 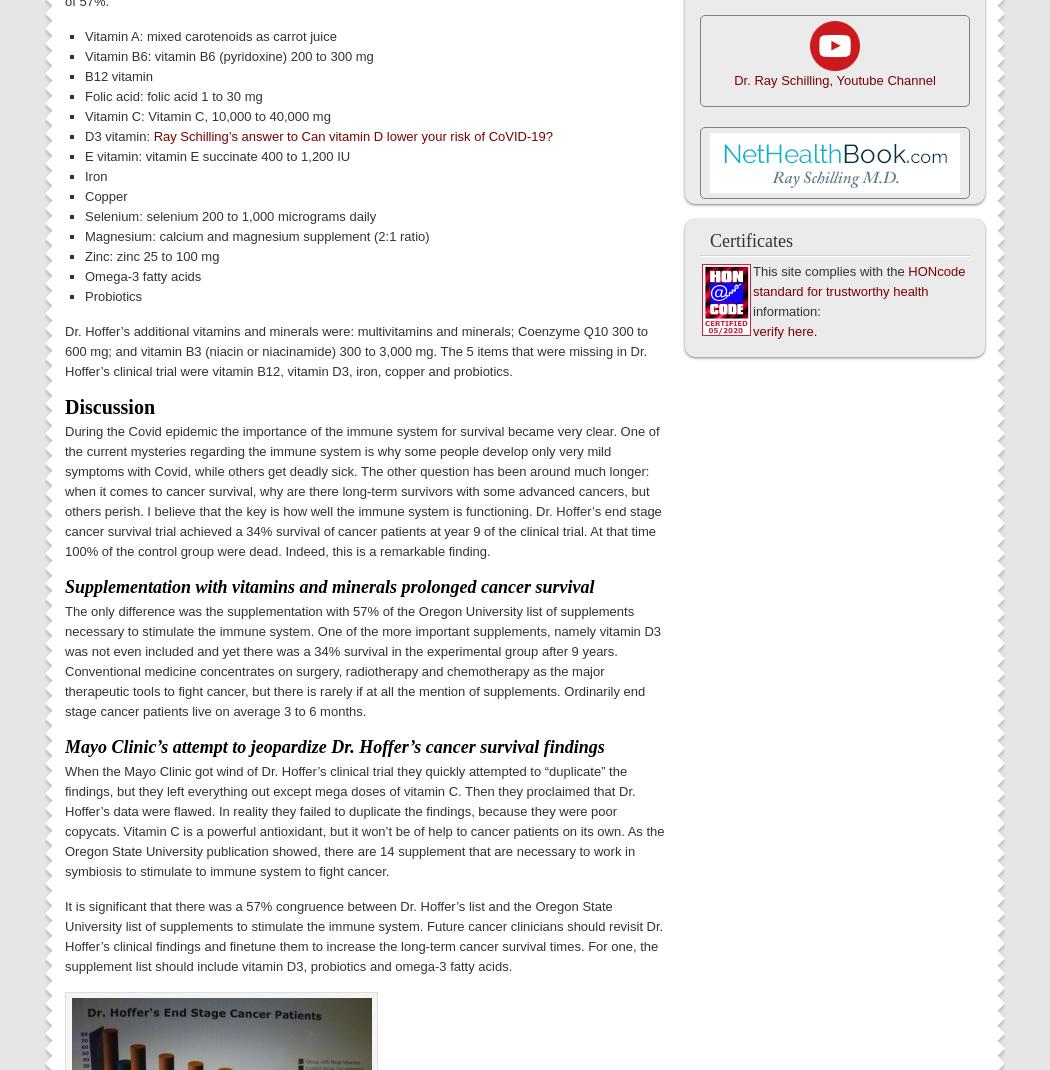 I want to click on 'Dr. Ray Schilling, Youtube Channel', so click(x=834, y=79).